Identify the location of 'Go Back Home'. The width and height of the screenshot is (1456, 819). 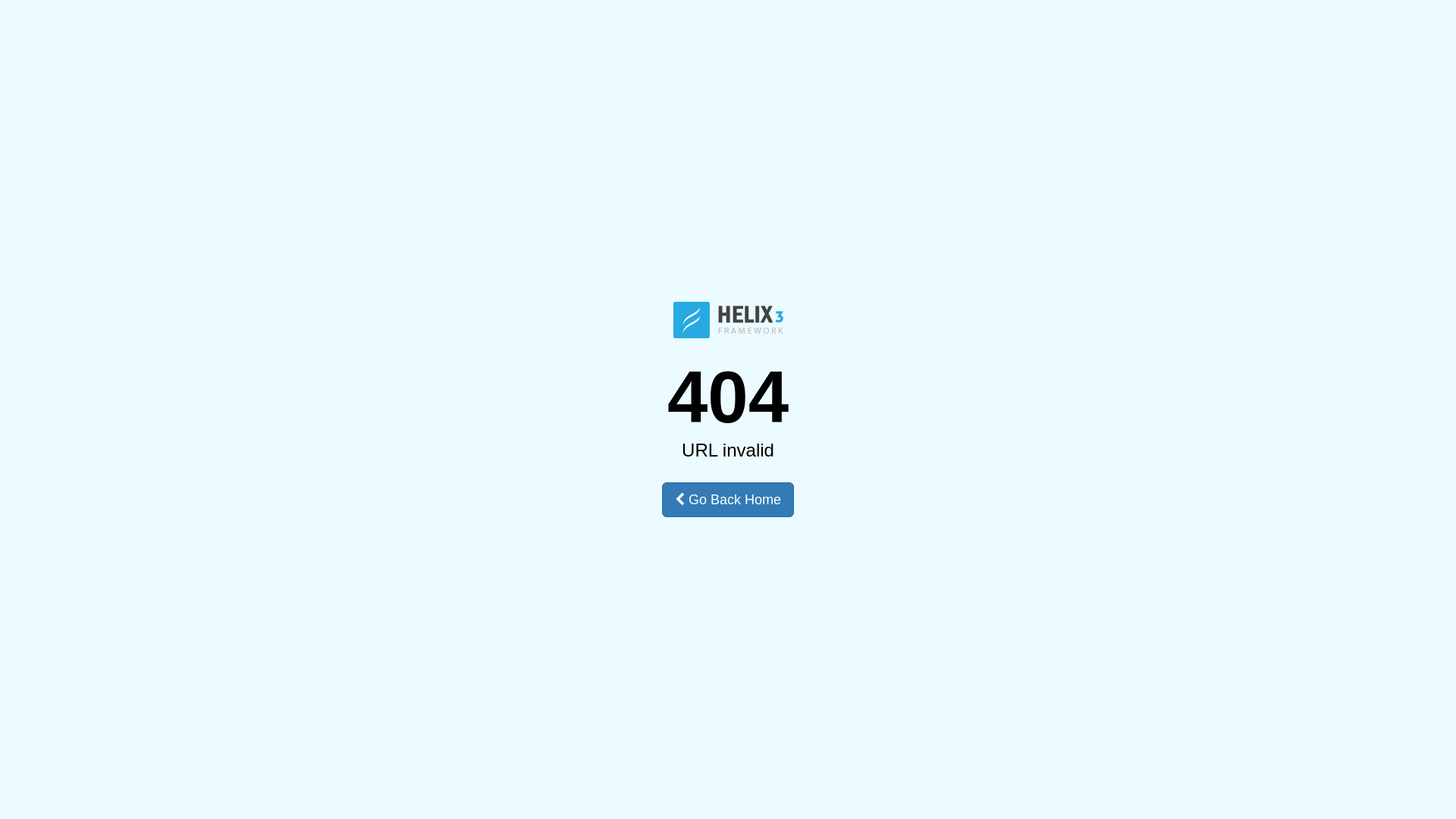
(728, 500).